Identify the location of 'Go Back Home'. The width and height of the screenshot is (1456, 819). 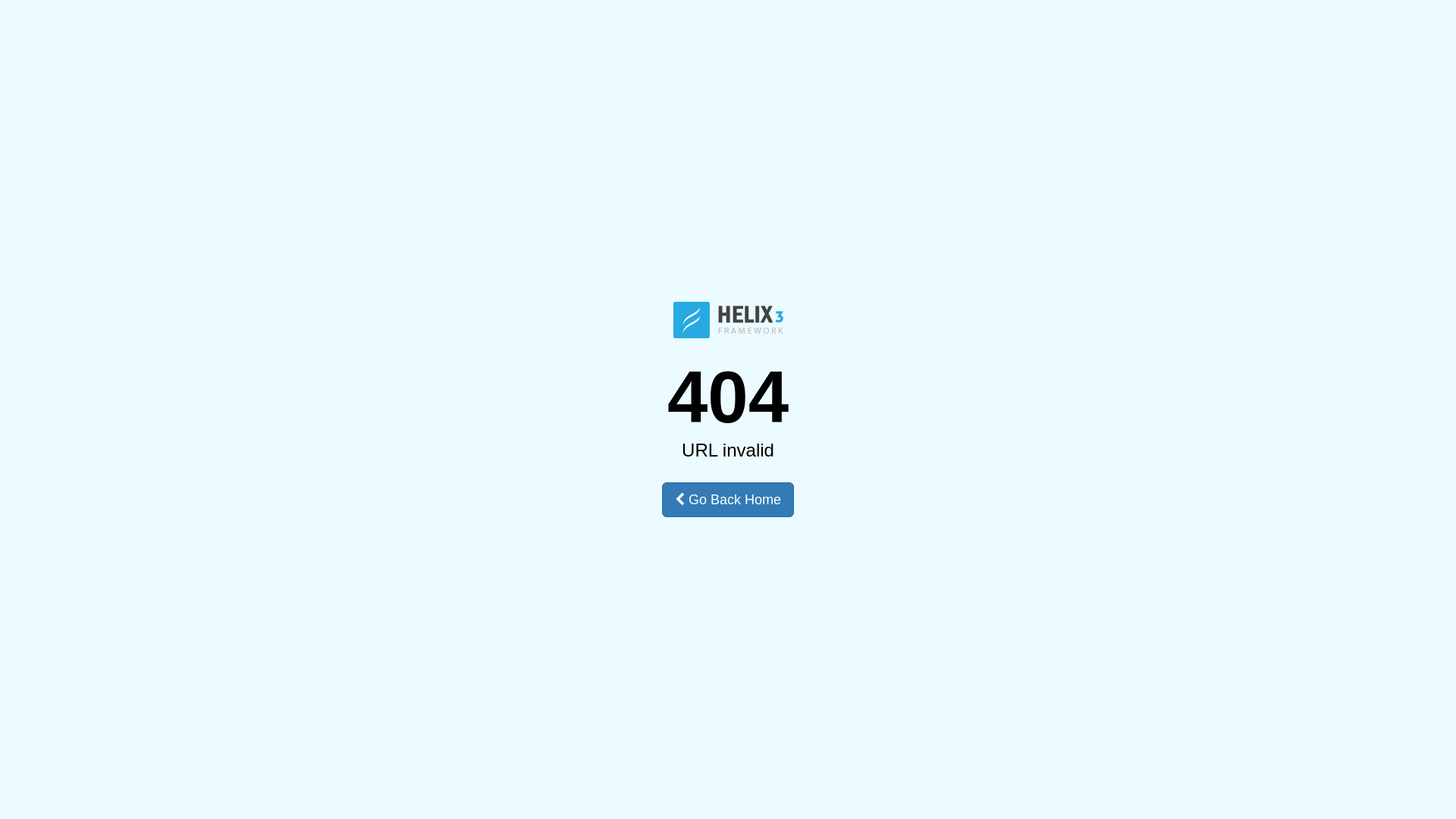
(728, 500).